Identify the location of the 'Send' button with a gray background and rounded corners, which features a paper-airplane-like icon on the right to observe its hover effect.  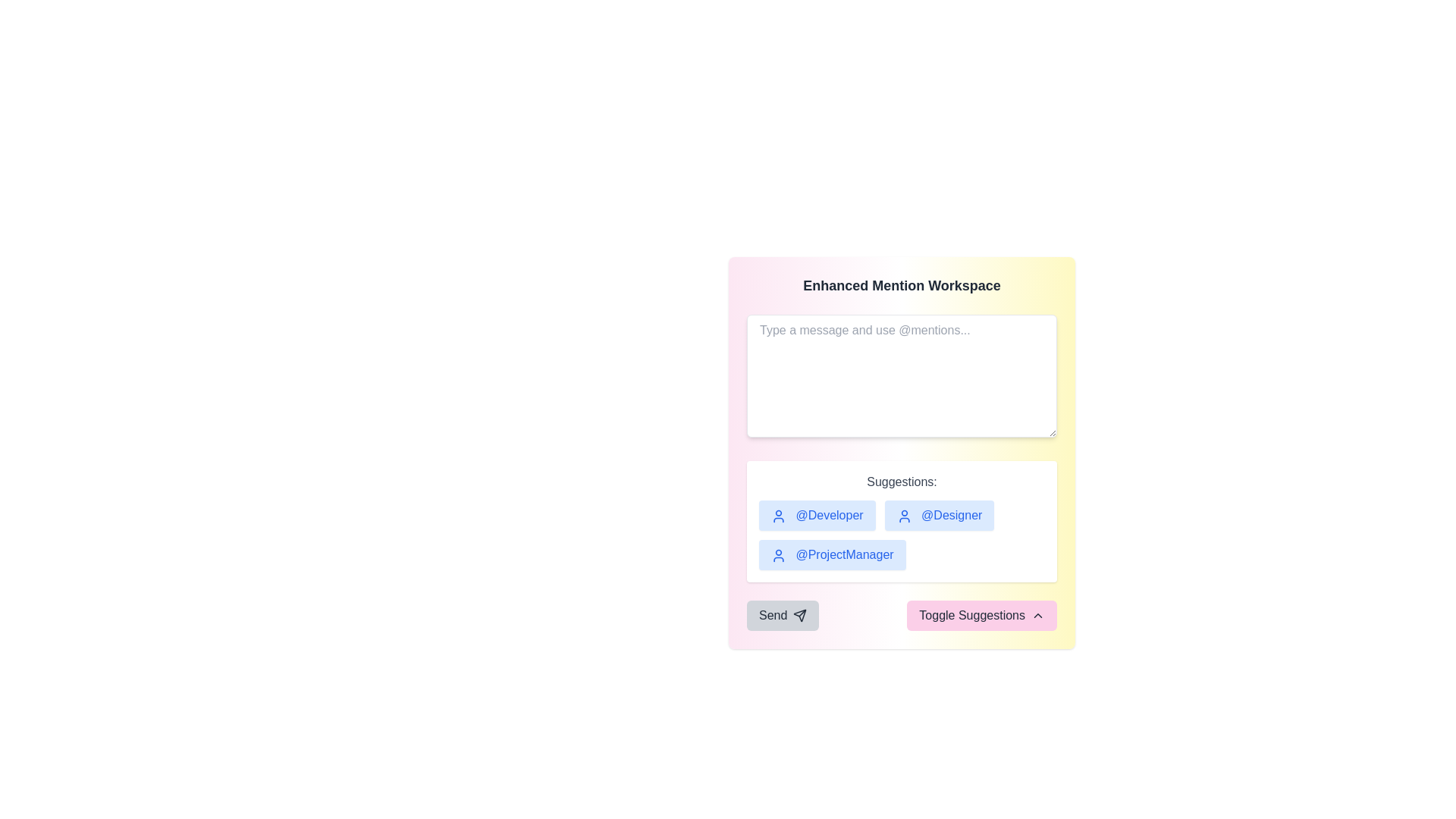
(783, 616).